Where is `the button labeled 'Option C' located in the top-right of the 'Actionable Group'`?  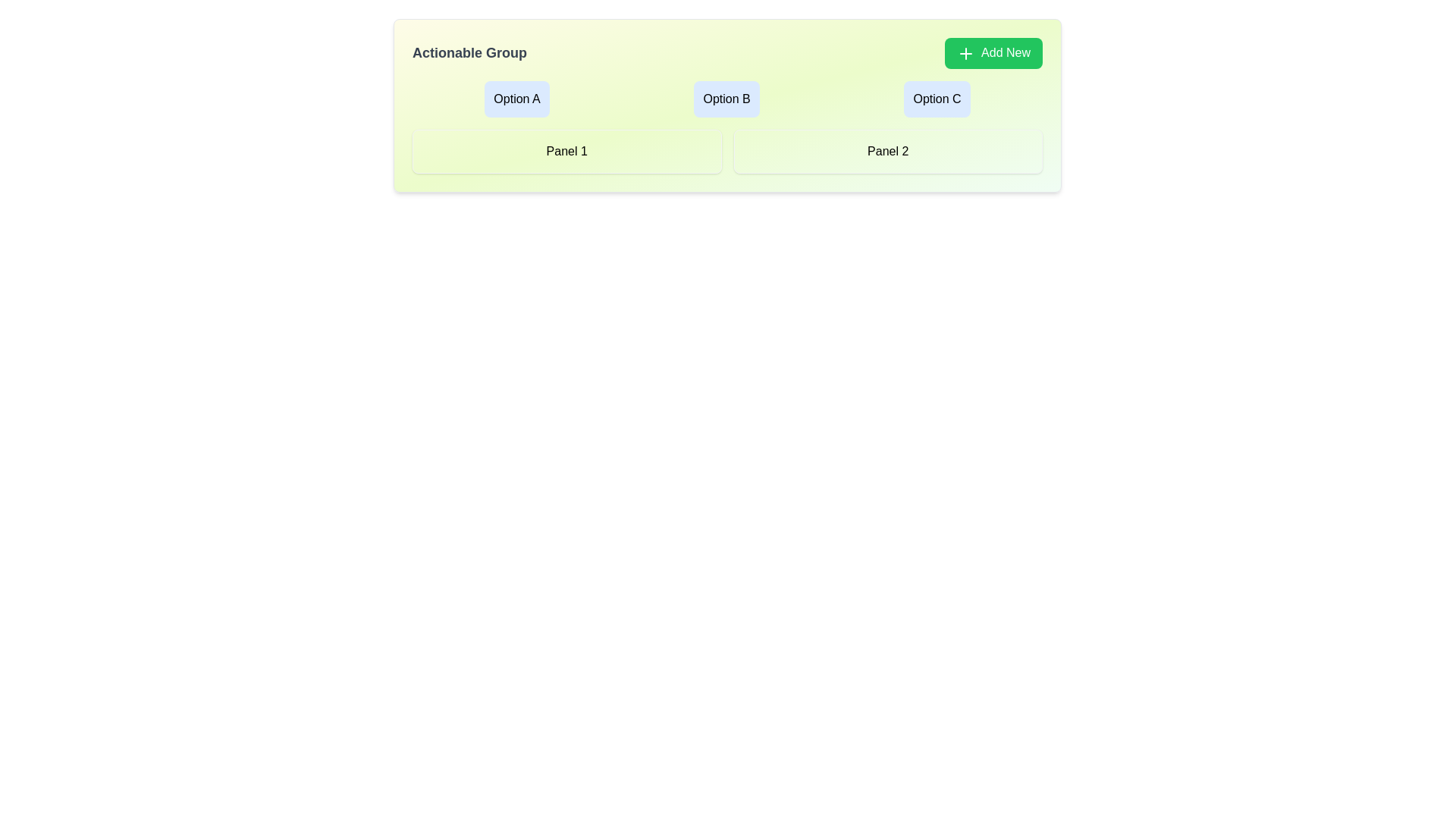 the button labeled 'Option C' located in the top-right of the 'Actionable Group' is located at coordinates (937, 99).